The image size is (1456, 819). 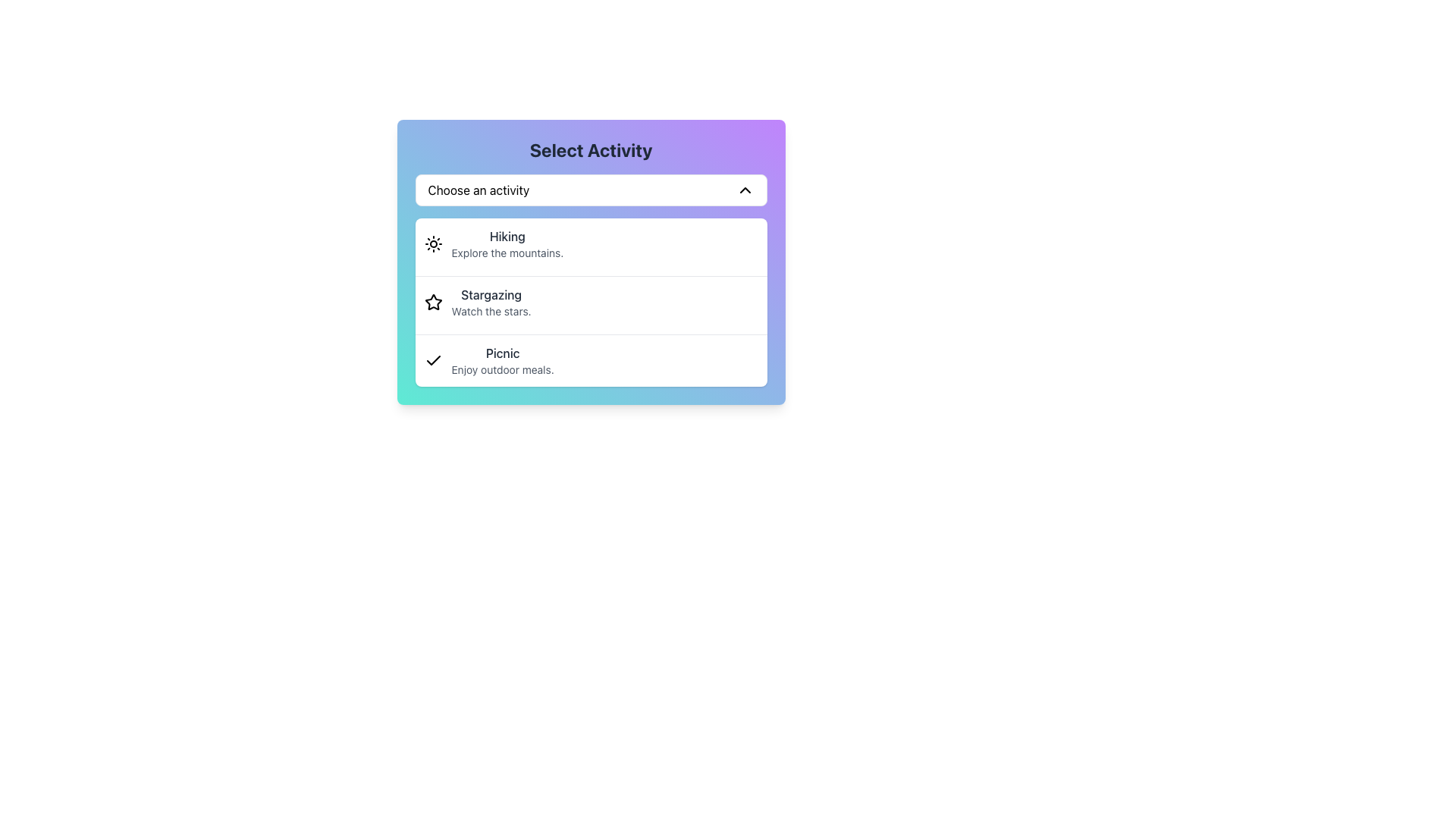 What do you see at coordinates (503, 353) in the screenshot?
I see `the 'Picnic' text label` at bounding box center [503, 353].